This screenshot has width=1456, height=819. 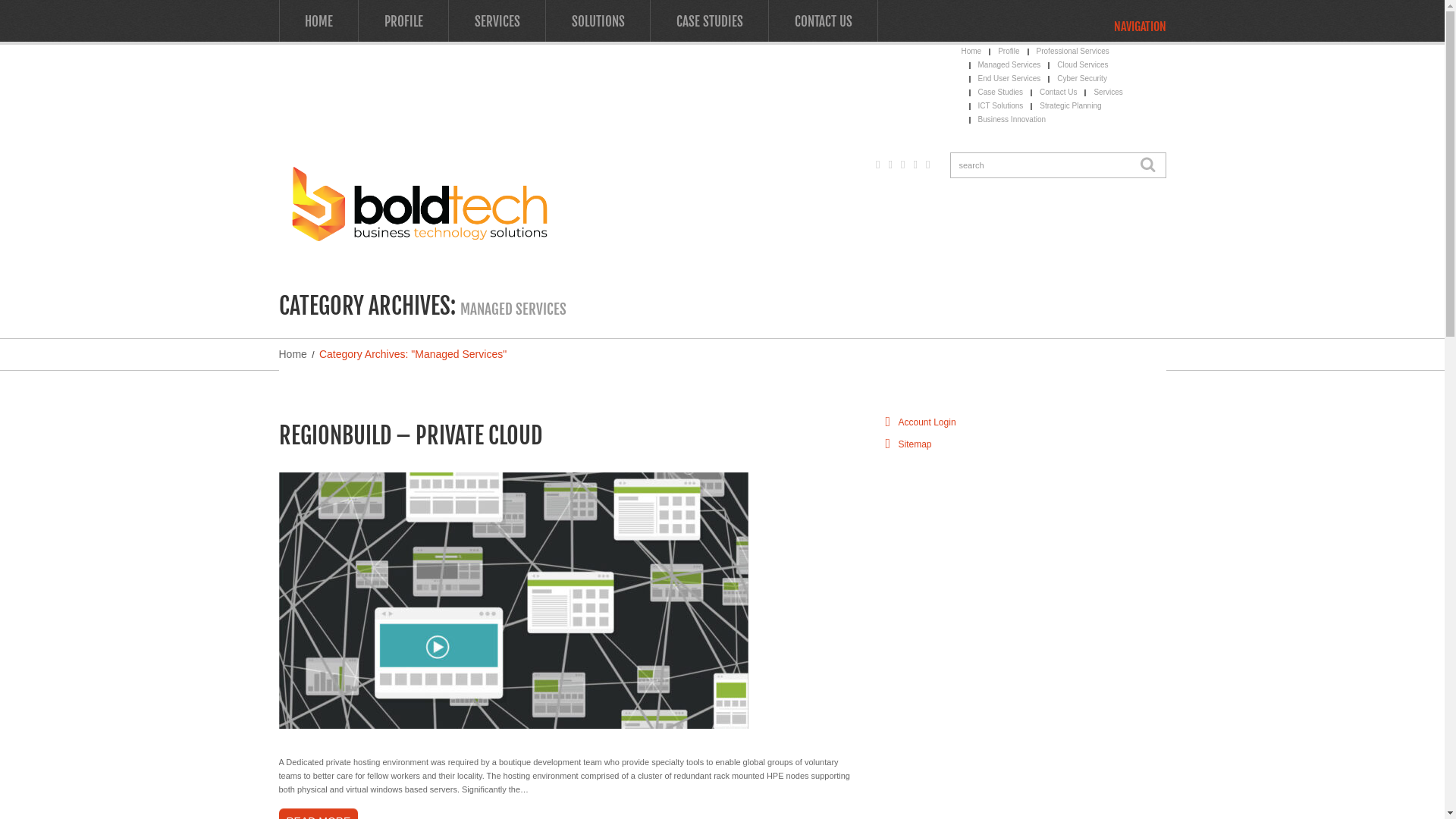 I want to click on 'business technology solutions', so click(x=419, y=202).